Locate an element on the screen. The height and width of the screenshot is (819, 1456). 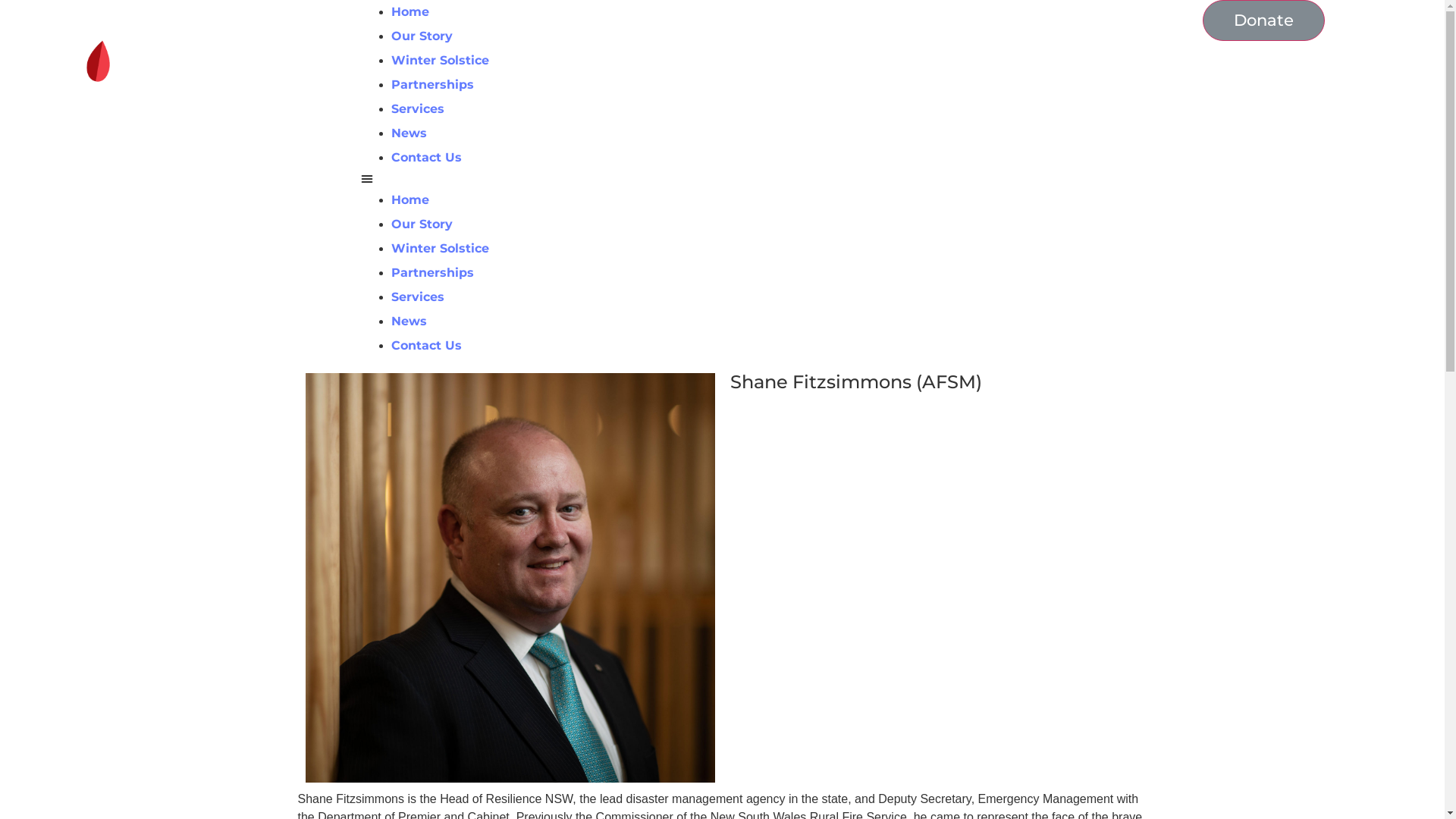
'Home' is located at coordinates (410, 199).